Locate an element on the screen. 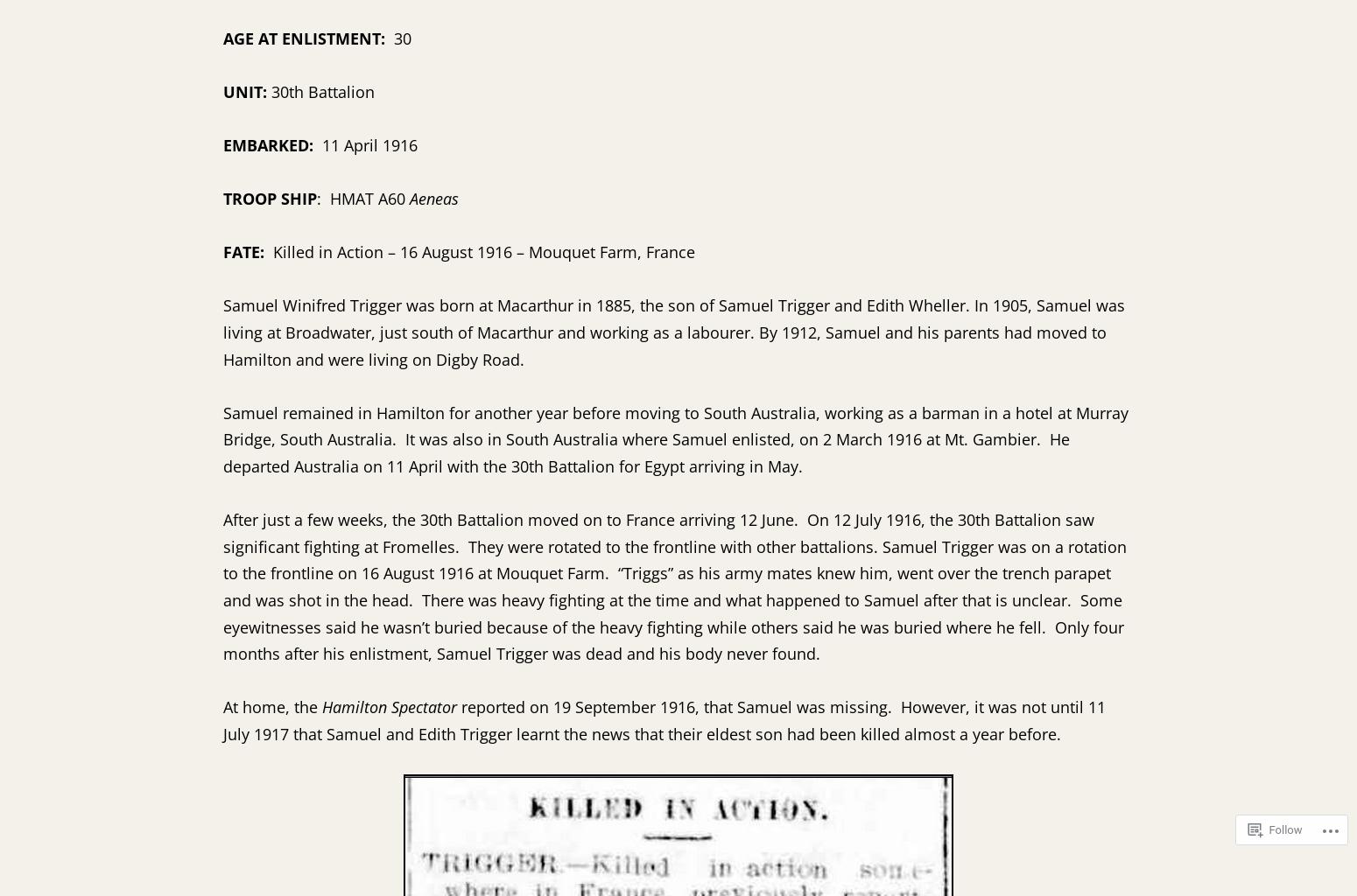 The image size is (1357, 896). 'FATE:' is located at coordinates (248, 251).